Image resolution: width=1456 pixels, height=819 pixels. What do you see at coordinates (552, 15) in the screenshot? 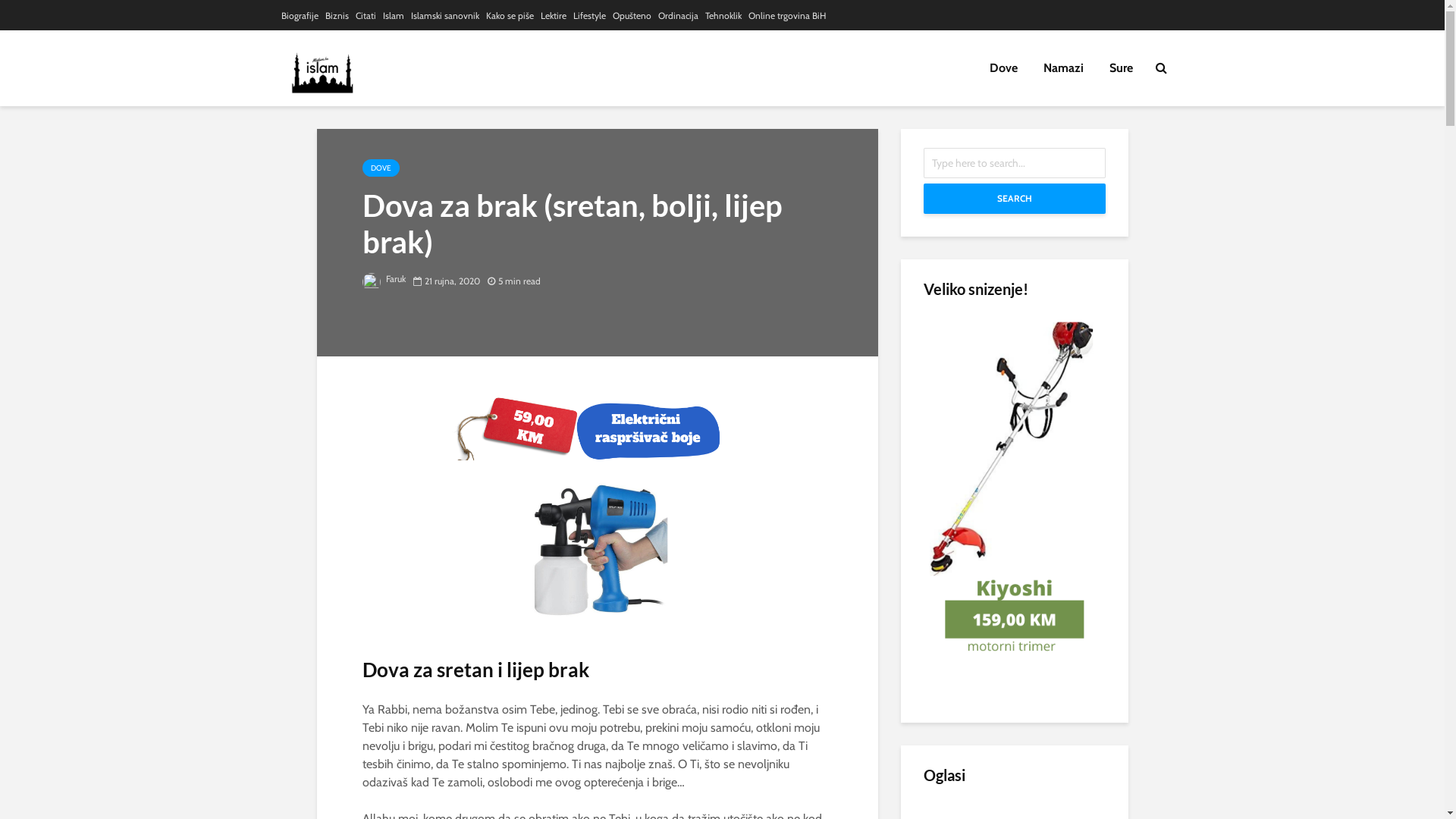
I see `'Lektire'` at bounding box center [552, 15].